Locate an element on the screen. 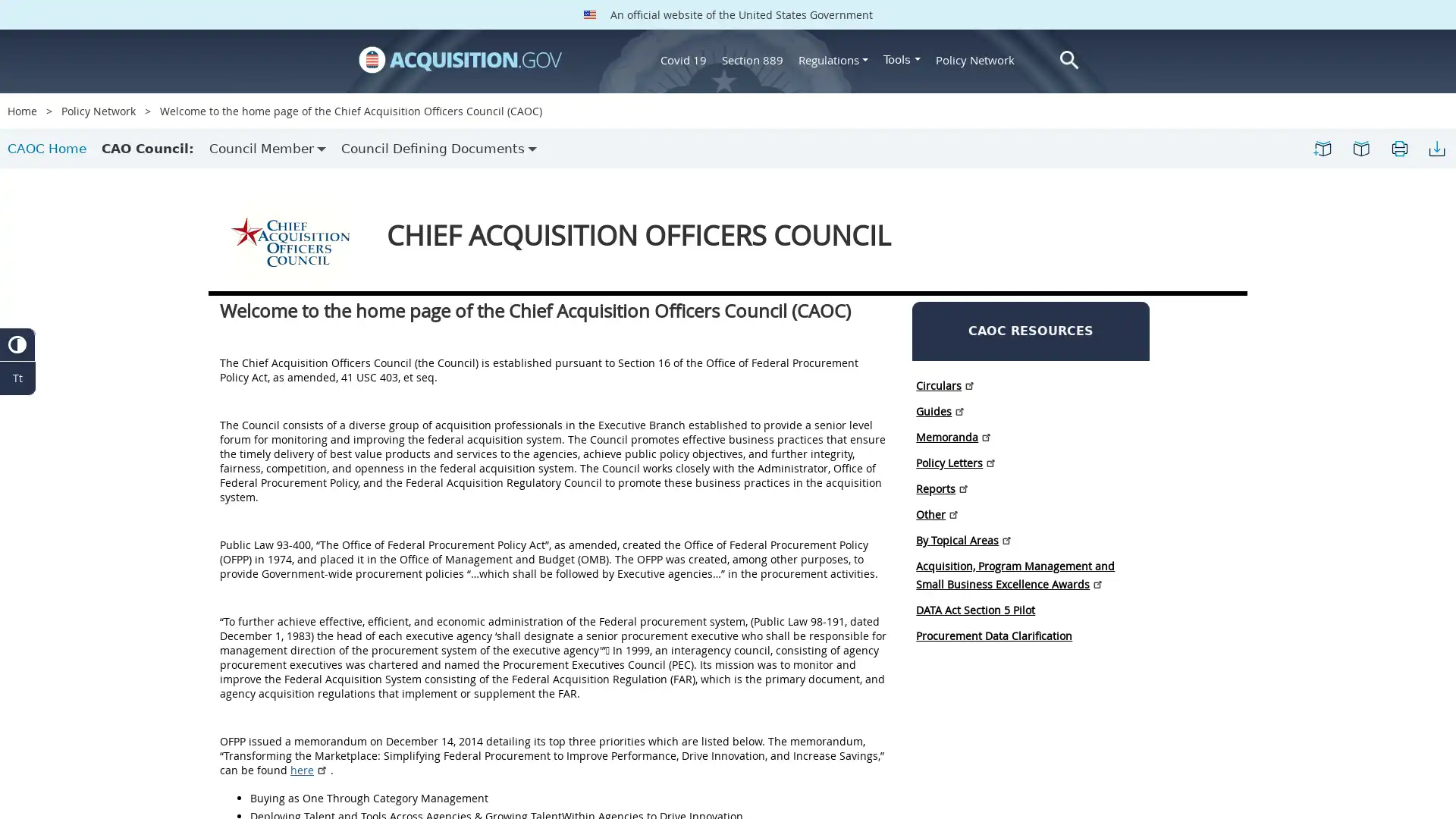 This screenshot has width=1456, height=819. Tools main is located at coordinates (902, 58).